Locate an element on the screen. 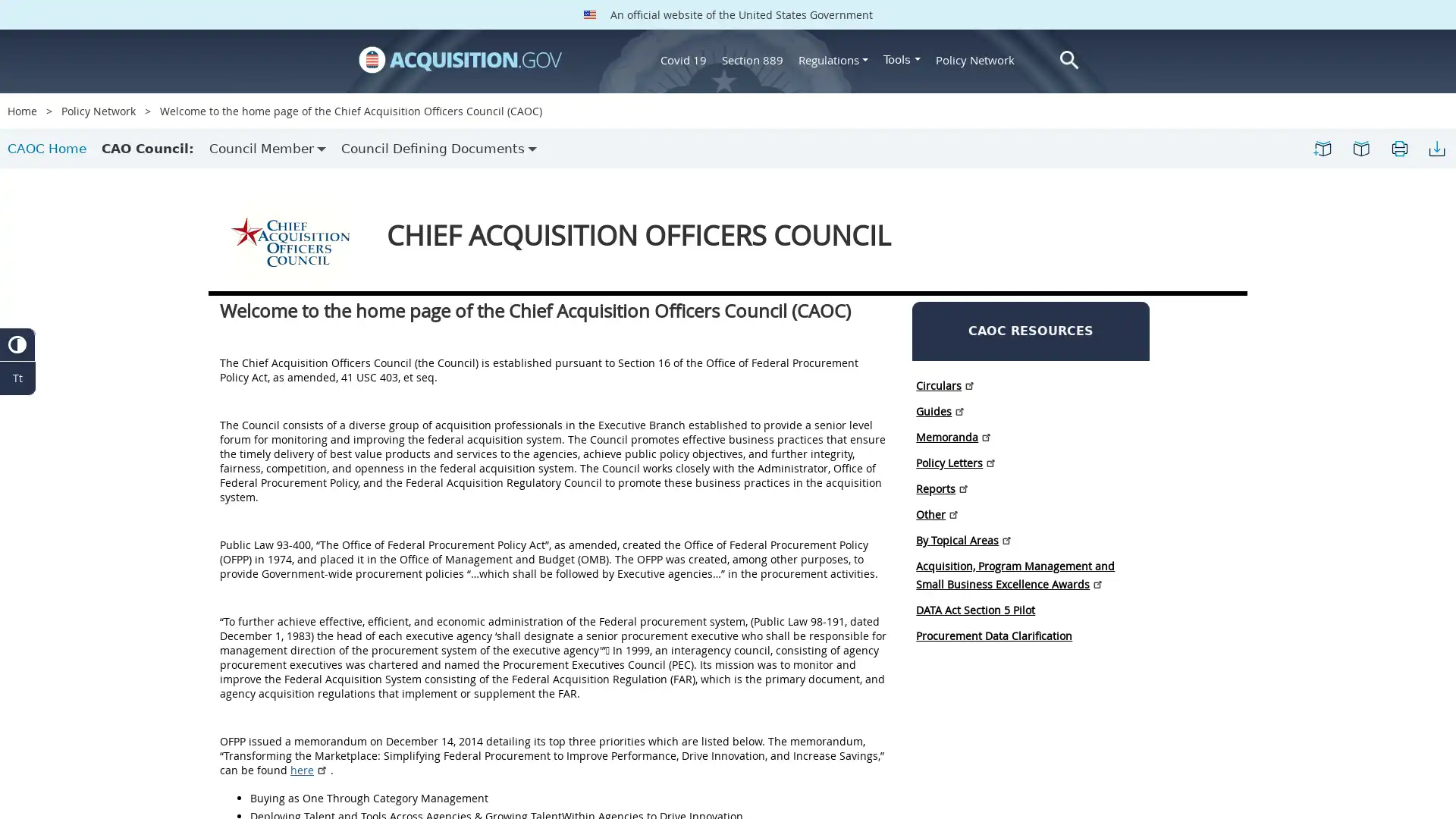 This screenshot has width=1456, height=819. Tools main is located at coordinates (902, 58).